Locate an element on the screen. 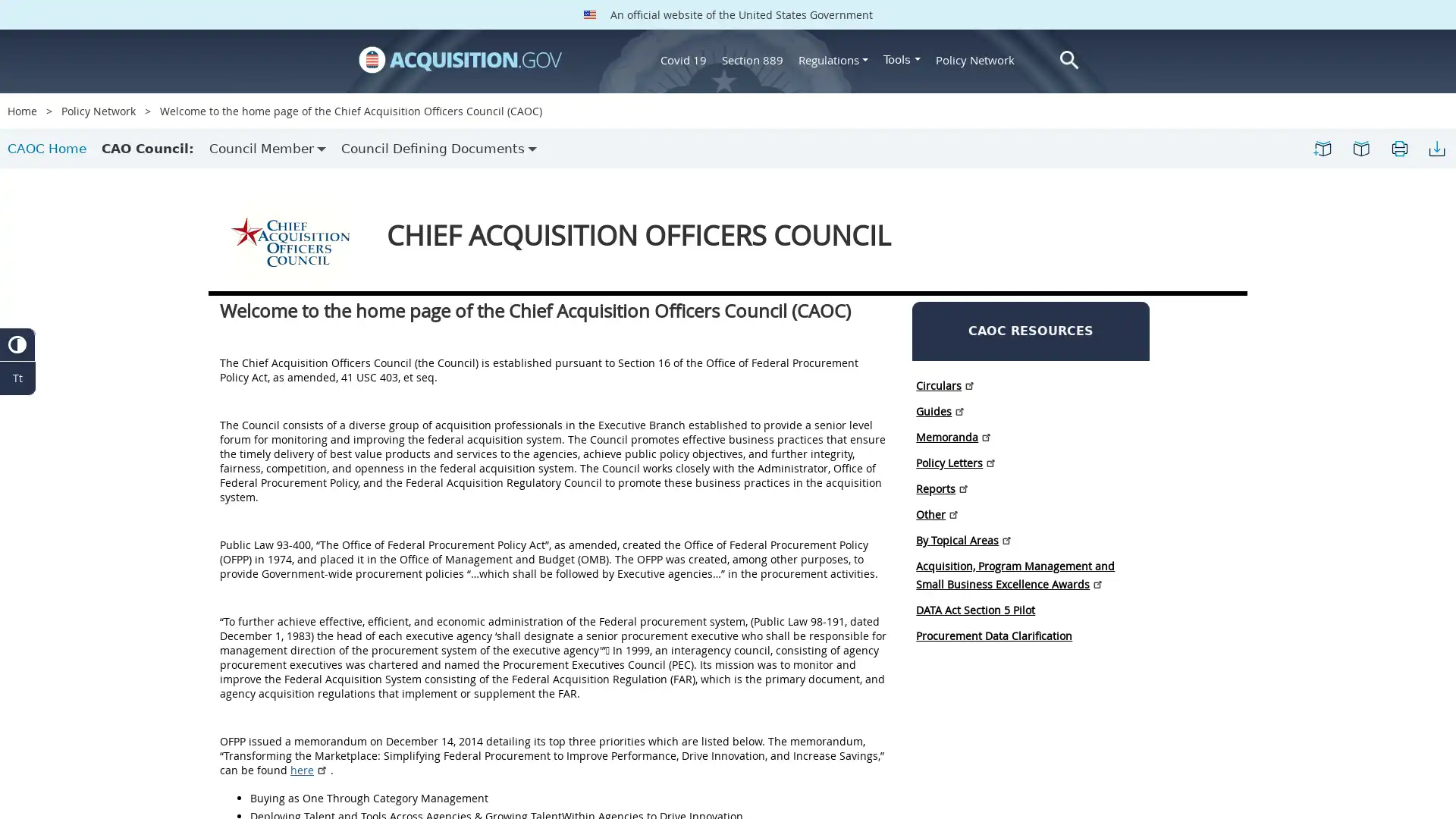 This screenshot has width=1456, height=819. Tools main is located at coordinates (902, 58).